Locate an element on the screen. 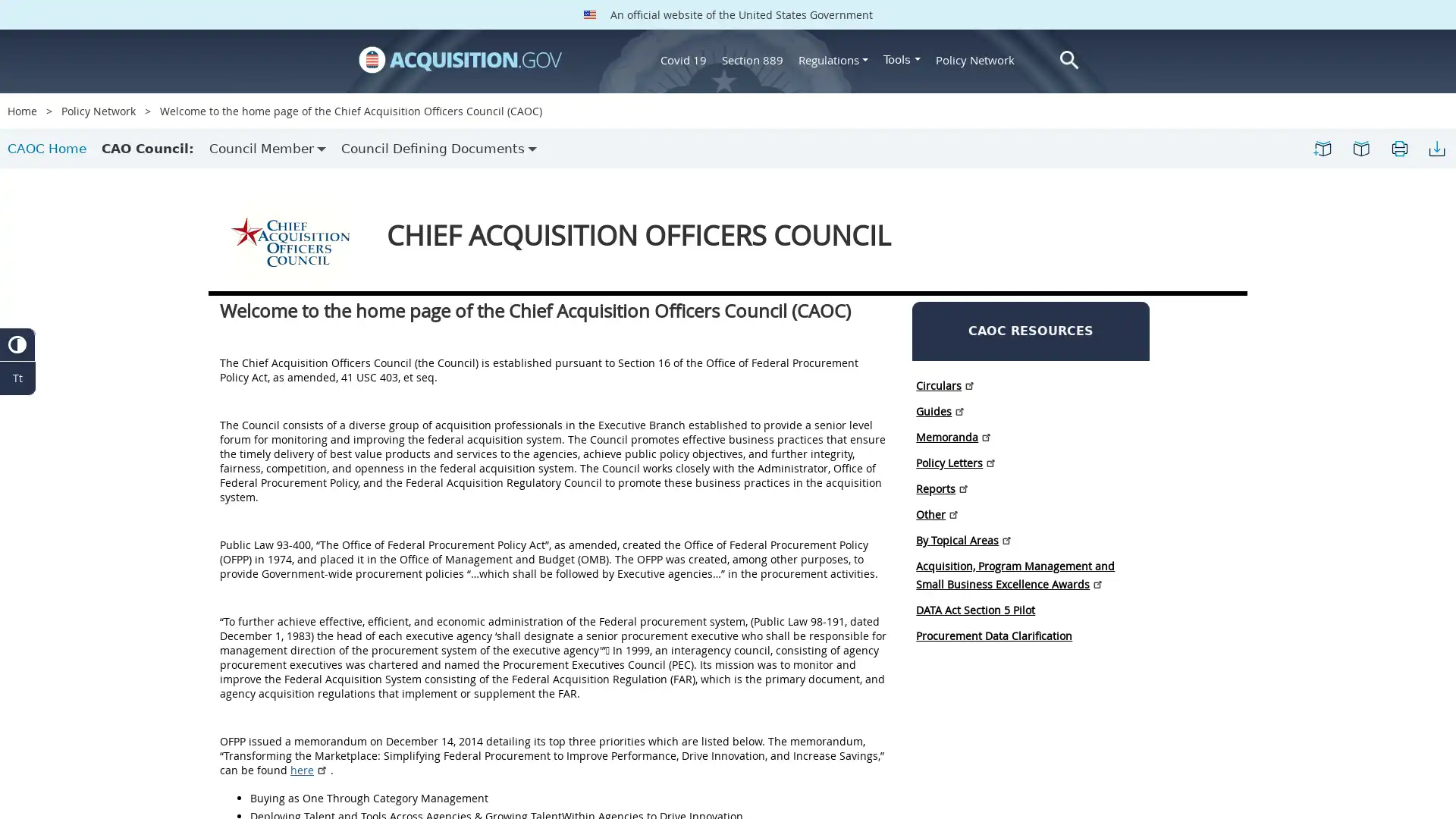 This screenshot has width=1456, height=819. Tools main is located at coordinates (902, 58).